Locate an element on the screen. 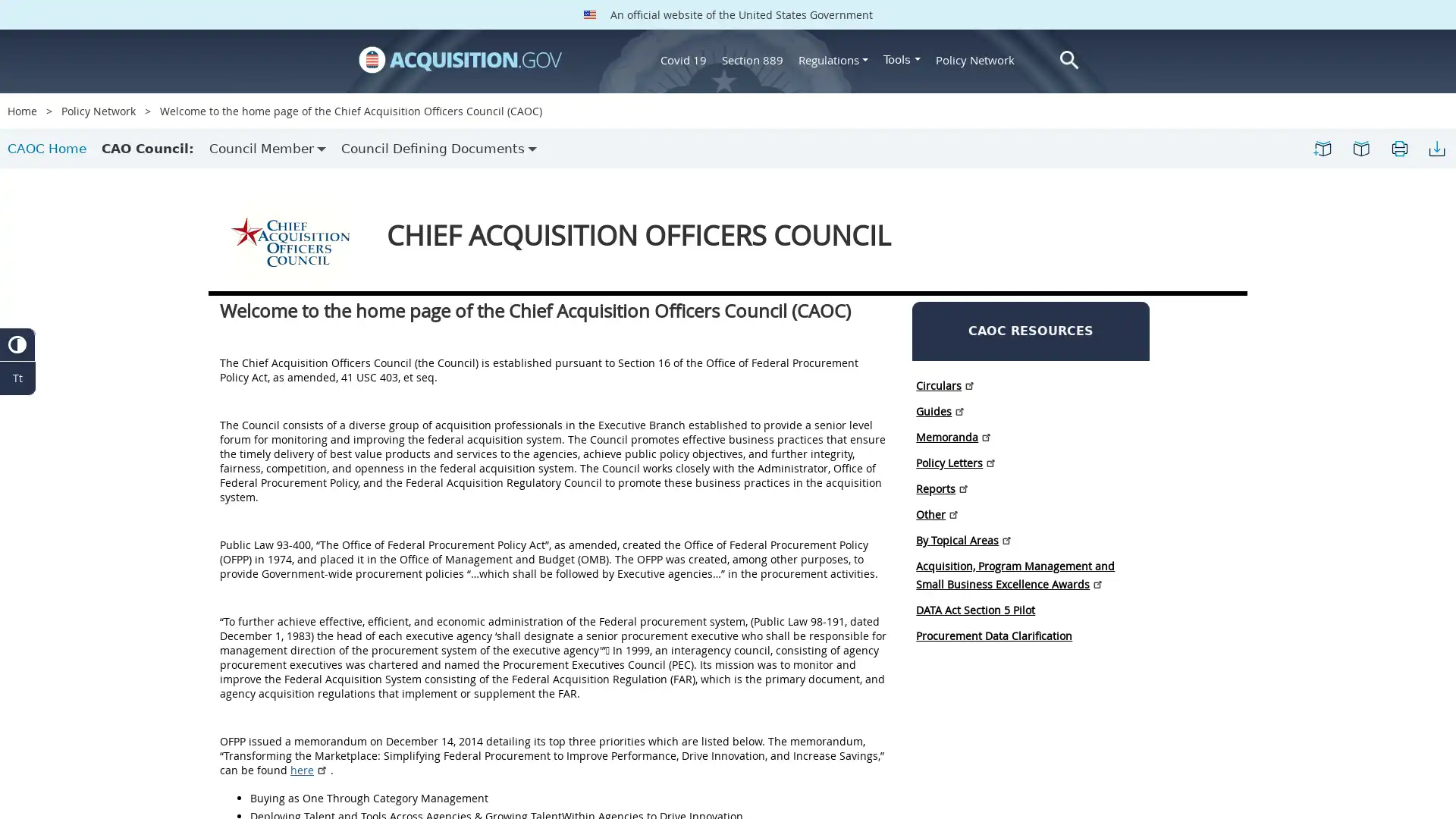 This screenshot has width=1456, height=819. Tools main is located at coordinates (902, 58).